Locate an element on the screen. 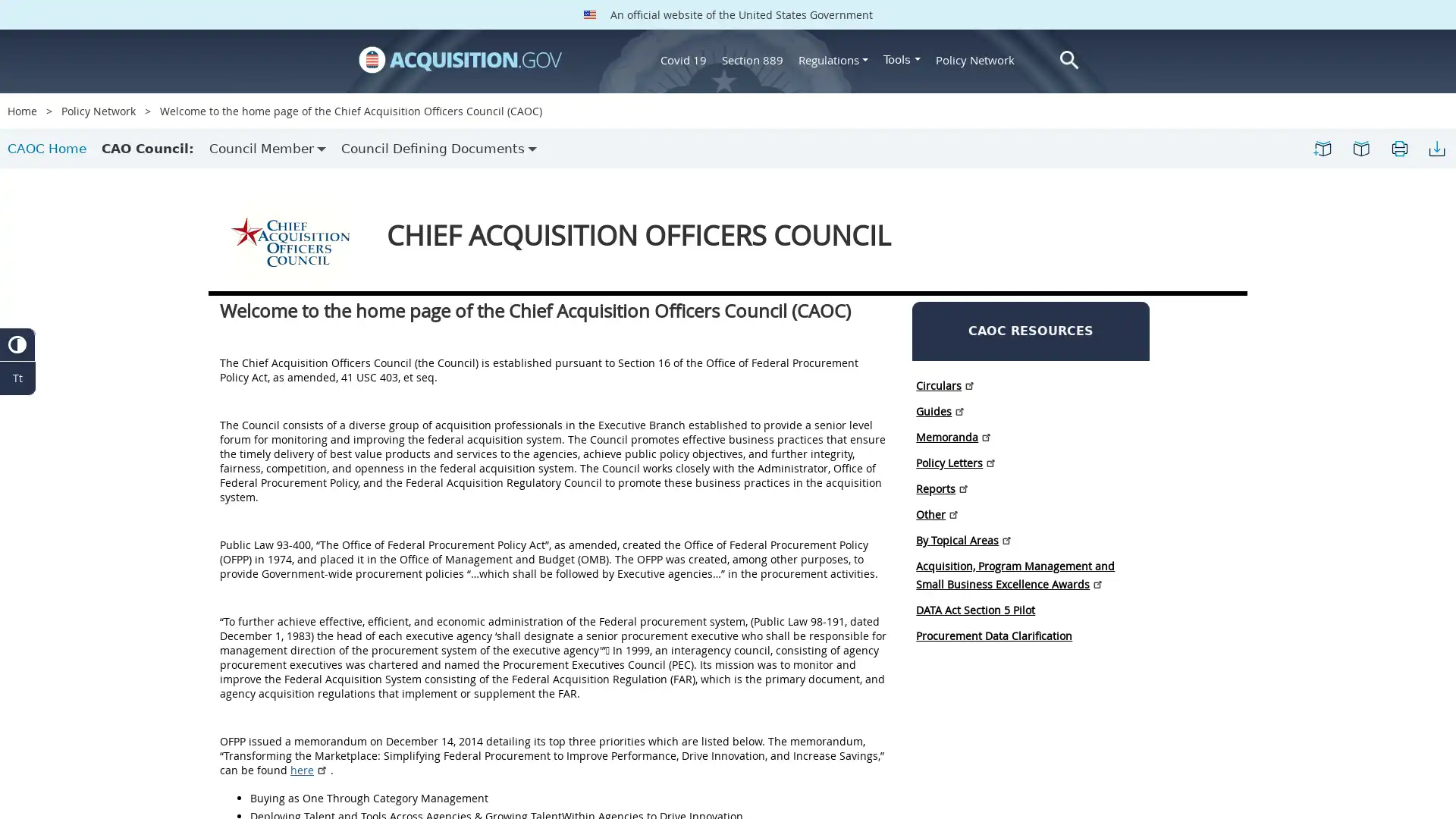 This screenshot has width=1456, height=819. Tools main is located at coordinates (902, 58).